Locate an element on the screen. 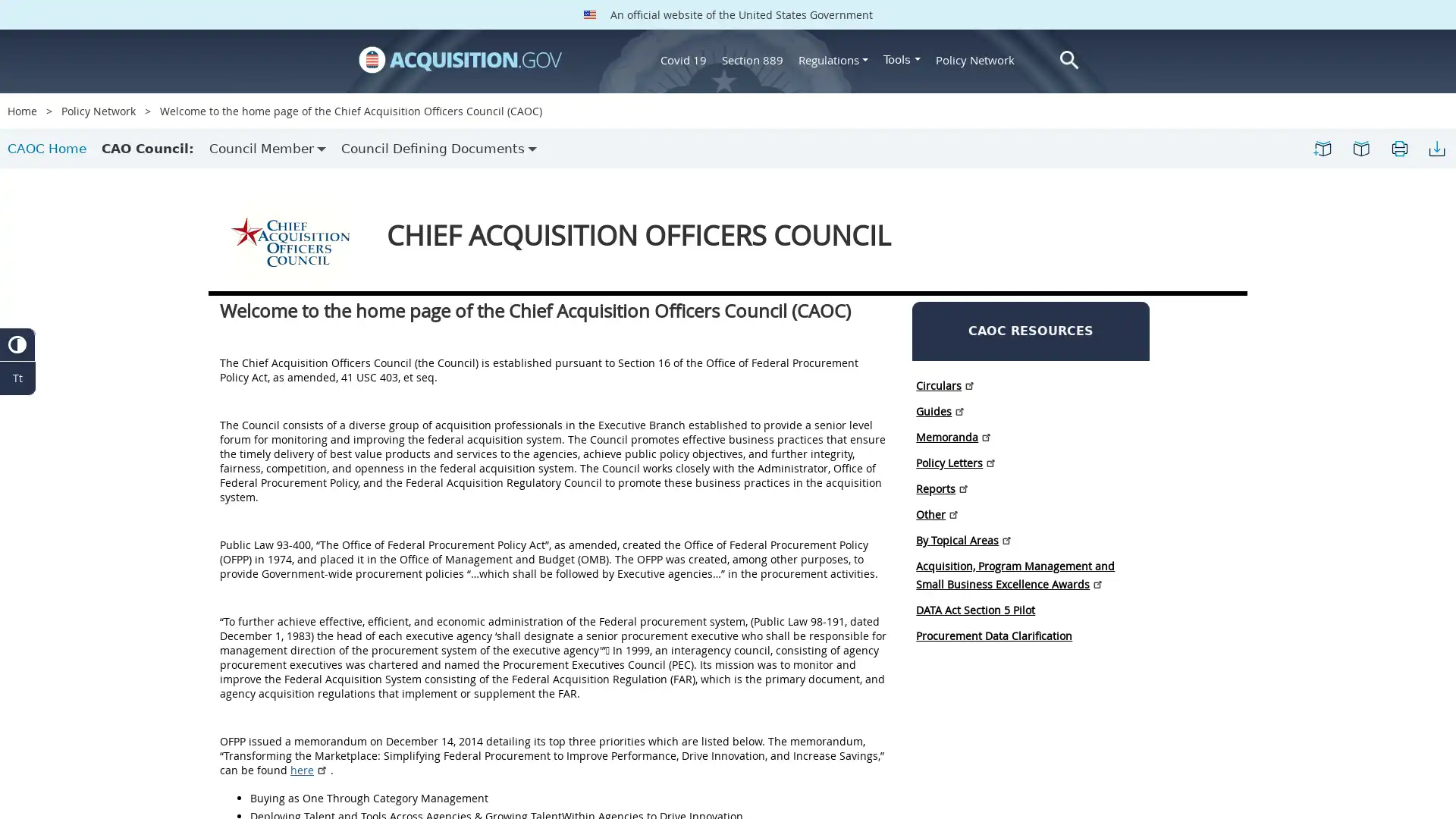 This screenshot has width=1456, height=819. Tools main is located at coordinates (902, 58).